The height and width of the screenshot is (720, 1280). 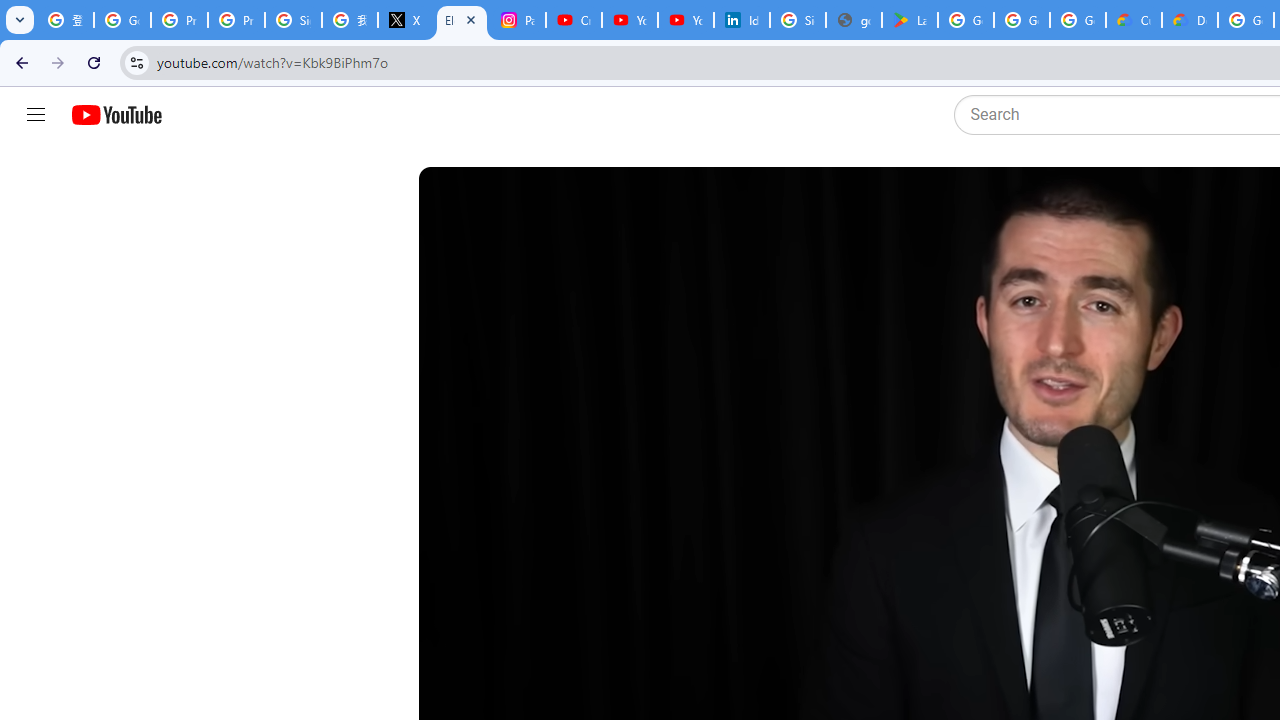 What do you see at coordinates (909, 20) in the screenshot?
I see `'Last Shelter: Survival - Apps on Google Play'` at bounding box center [909, 20].